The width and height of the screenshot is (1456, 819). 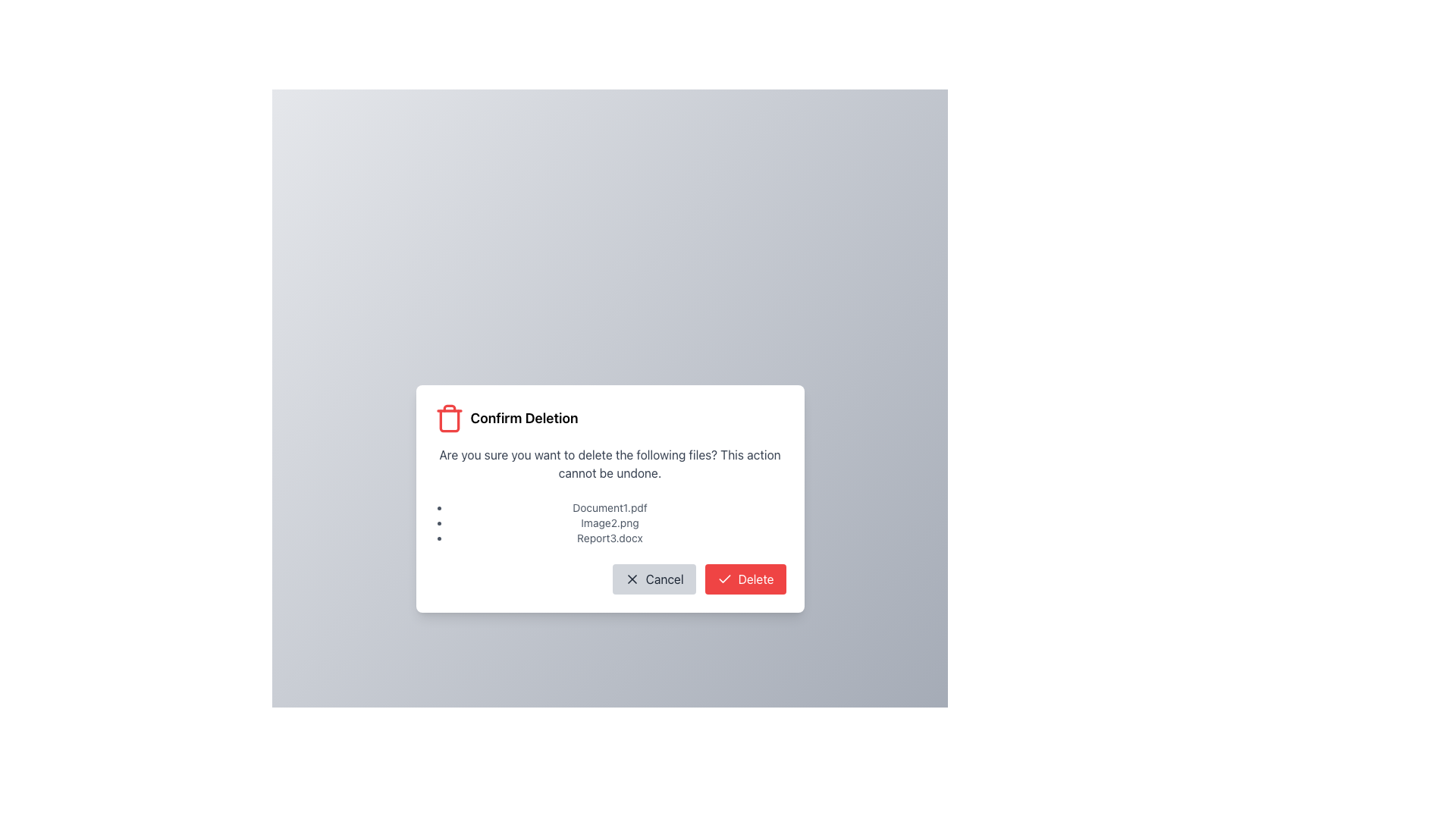 What do you see at coordinates (745, 579) in the screenshot?
I see `the confirmation button for deletion located in the bottom right of the modal window to trigger a visual state change` at bounding box center [745, 579].